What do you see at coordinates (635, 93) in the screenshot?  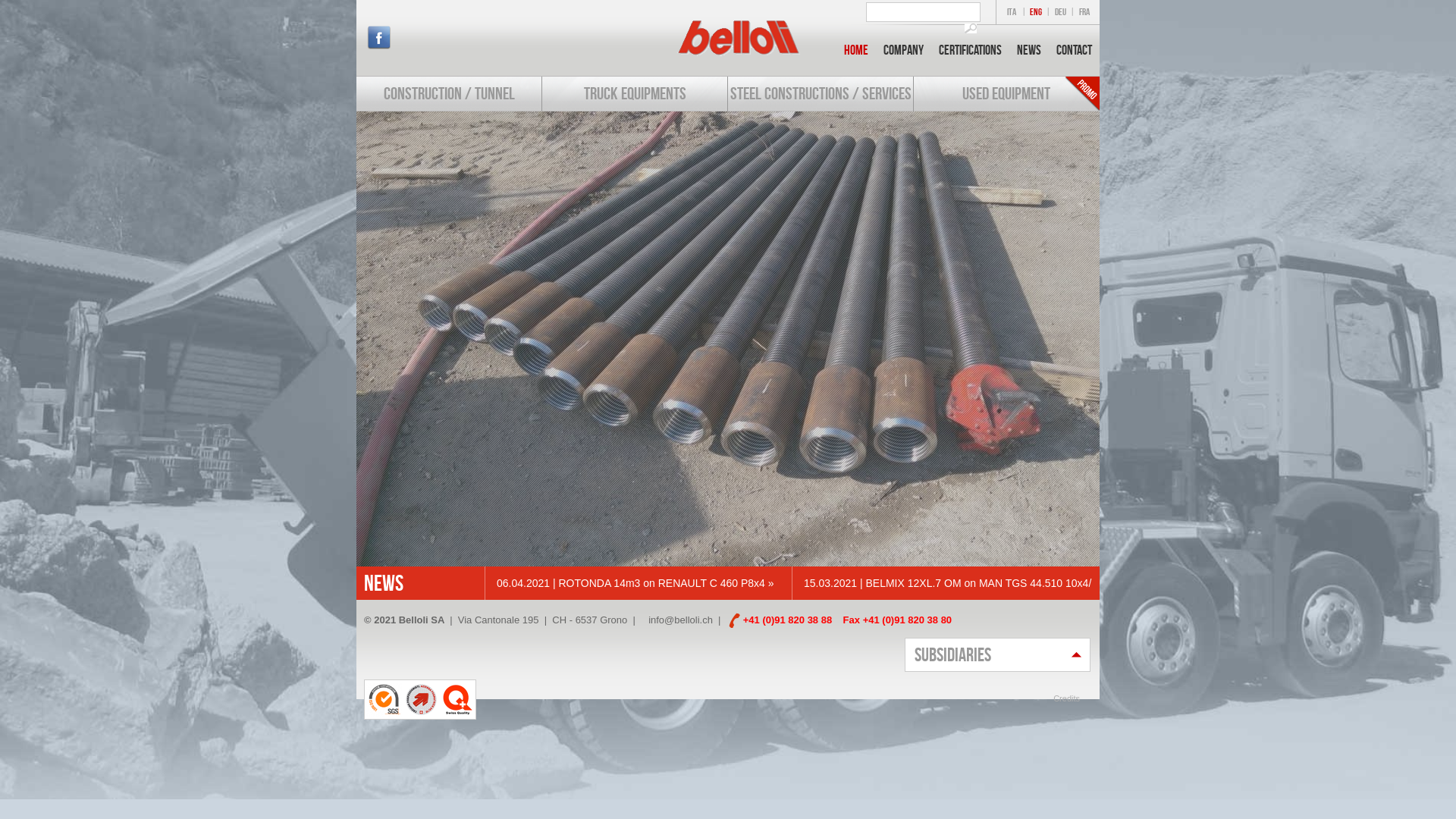 I see `'TRUCK EQUIPMENTS'` at bounding box center [635, 93].